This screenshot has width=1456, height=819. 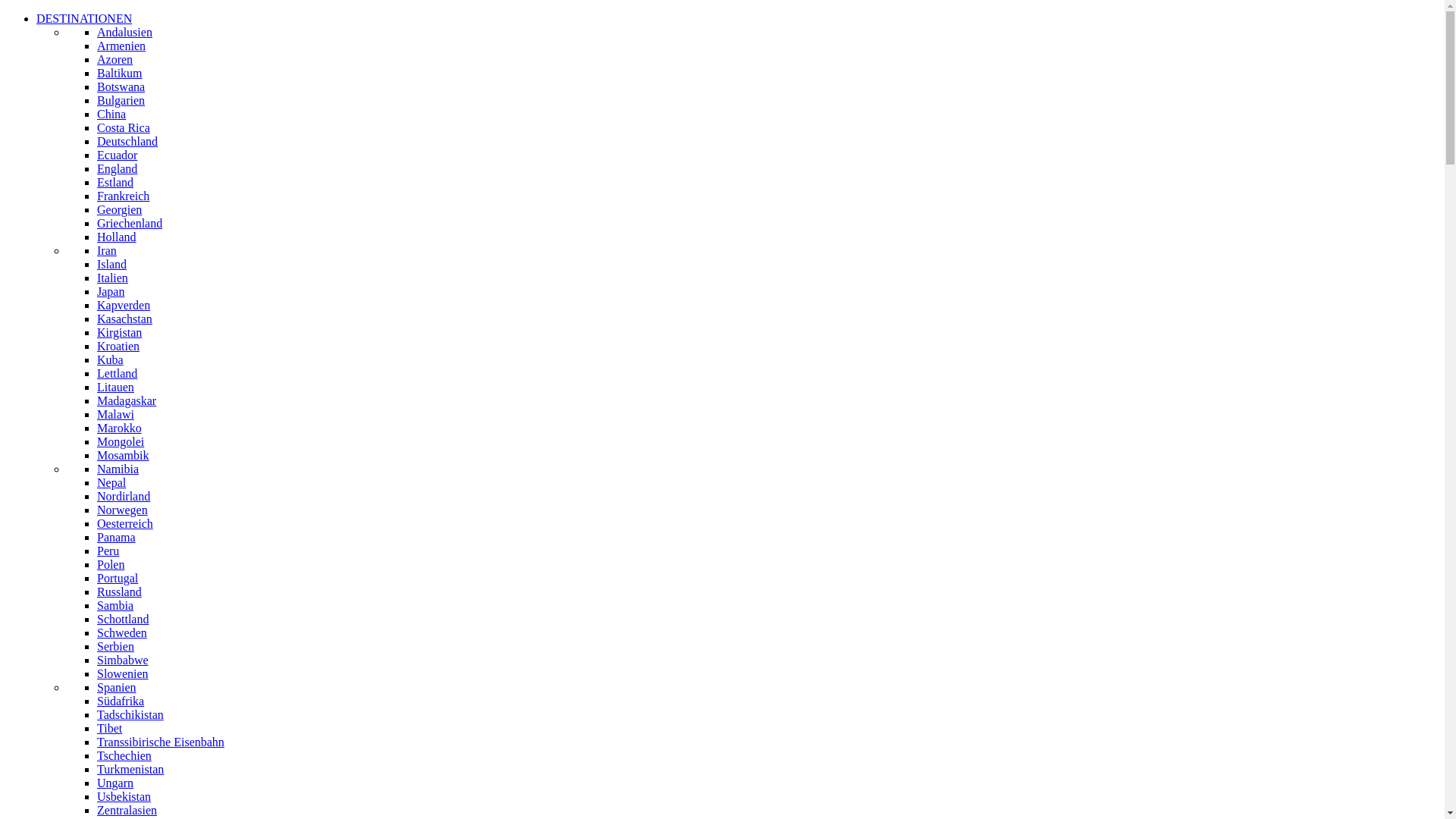 I want to click on 'Ungarn', so click(x=96, y=783).